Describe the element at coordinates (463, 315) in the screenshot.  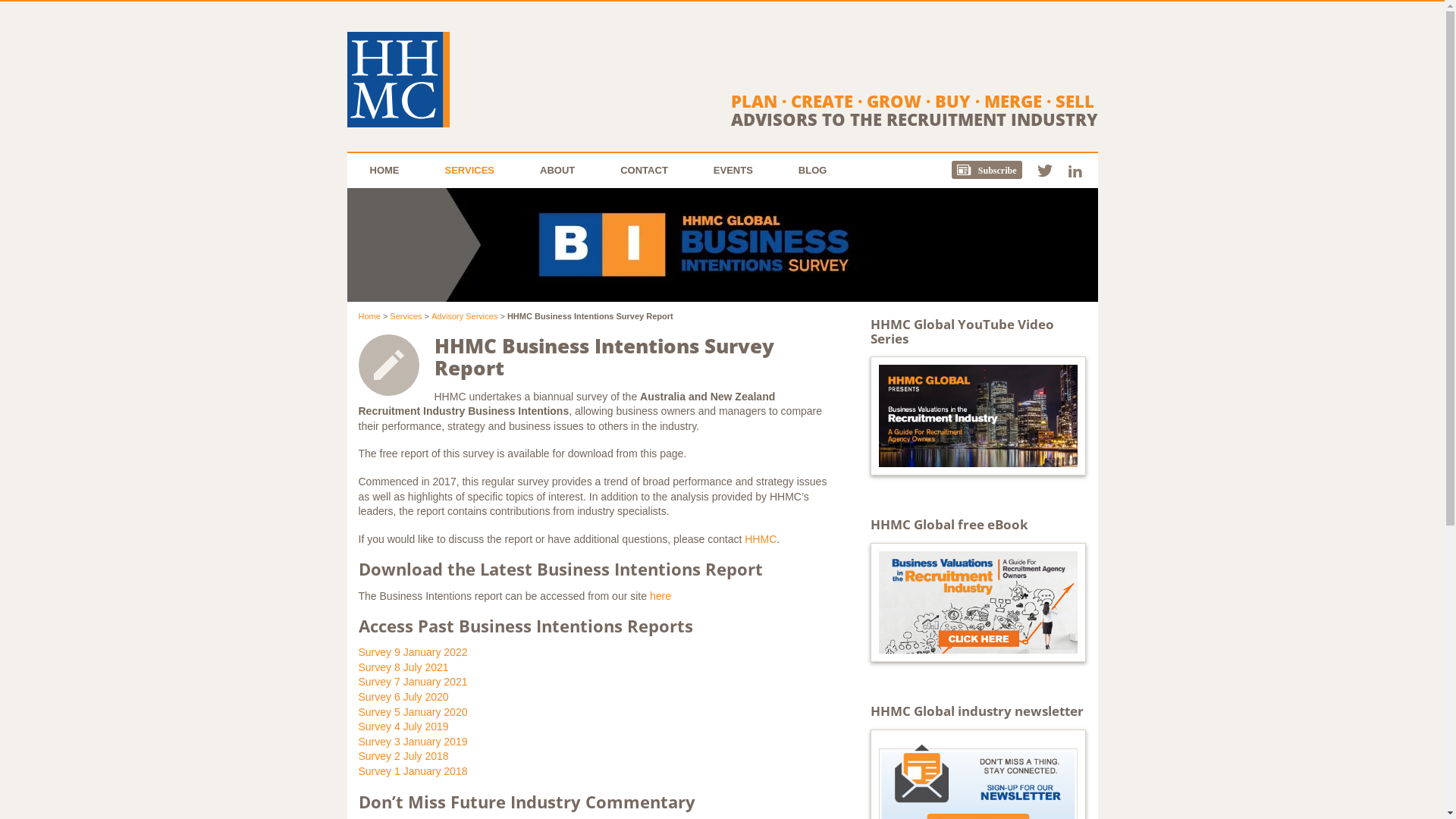
I see `'Advisory Services'` at that location.